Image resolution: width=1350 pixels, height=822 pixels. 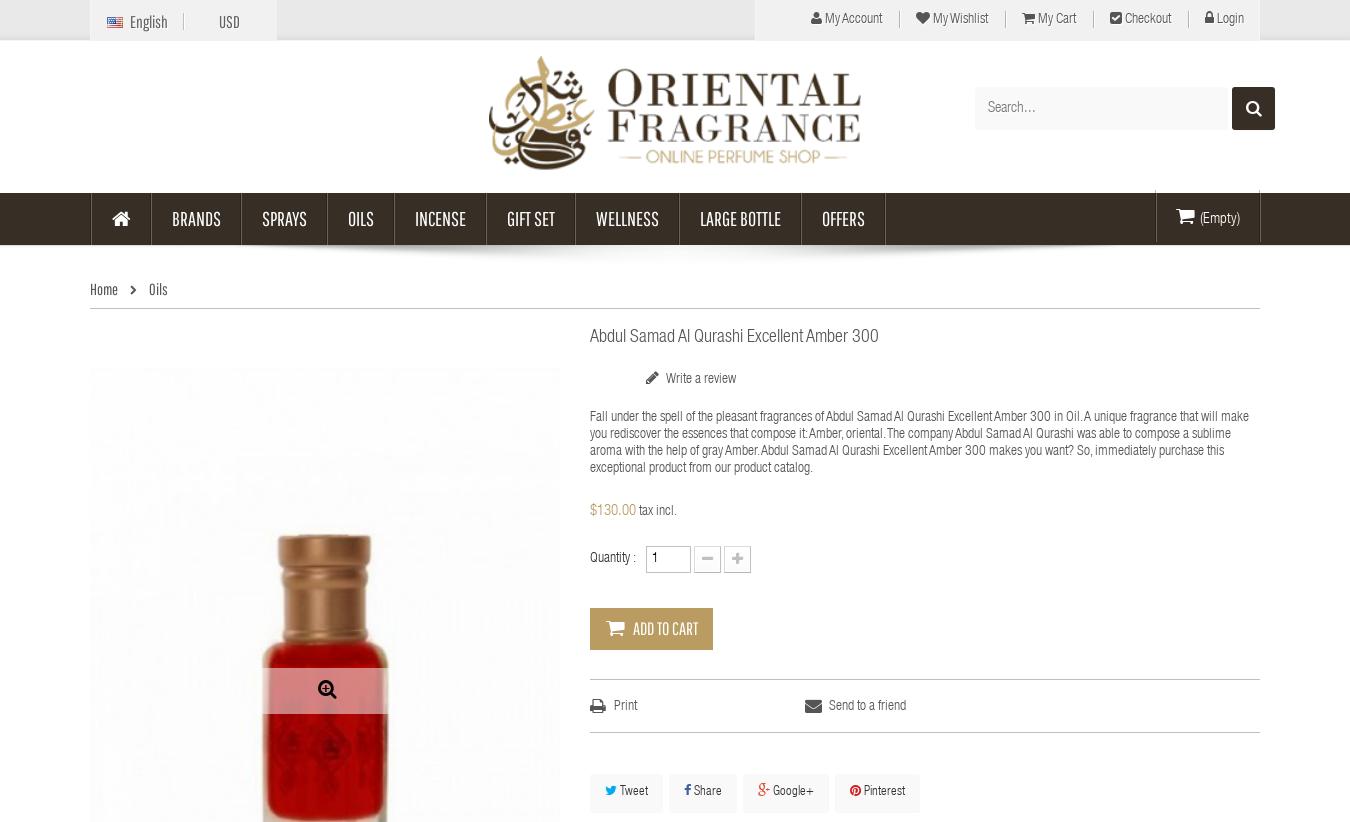 I want to click on 'Sprays', so click(x=283, y=217).